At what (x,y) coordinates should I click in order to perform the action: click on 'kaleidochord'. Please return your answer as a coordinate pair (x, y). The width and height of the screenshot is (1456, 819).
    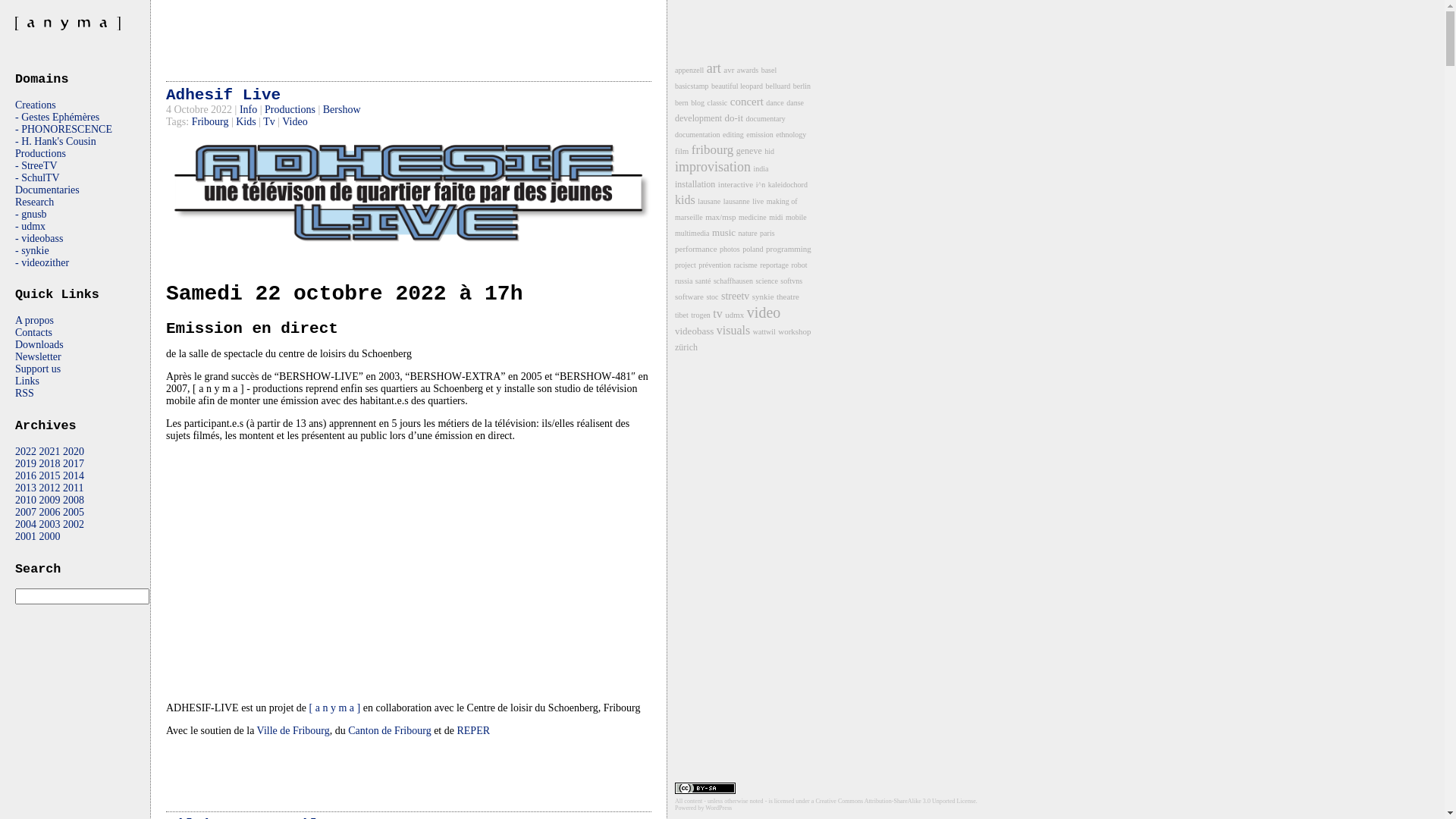
    Looking at the image, I should click on (787, 184).